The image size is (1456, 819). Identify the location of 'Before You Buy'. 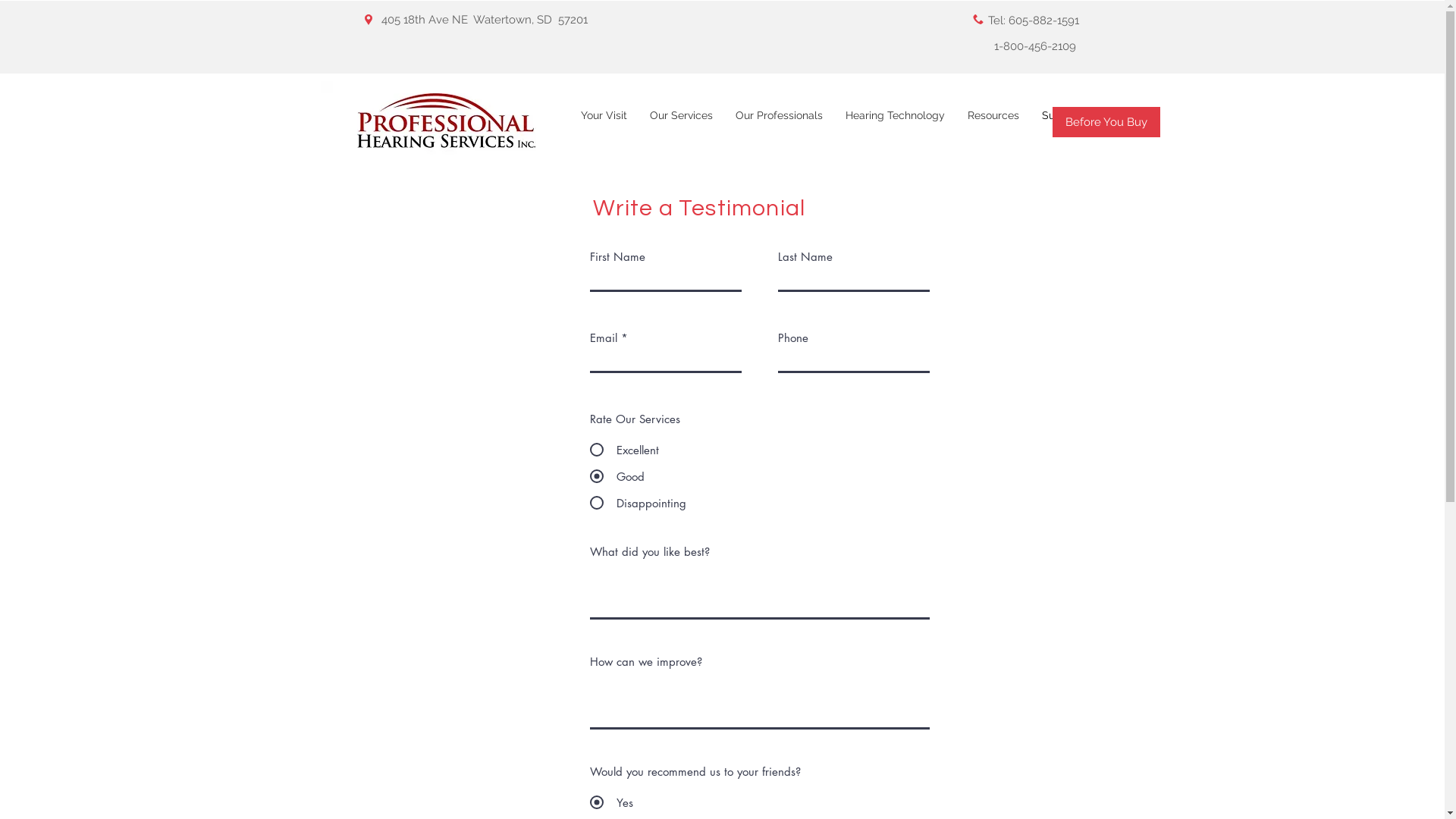
(1106, 121).